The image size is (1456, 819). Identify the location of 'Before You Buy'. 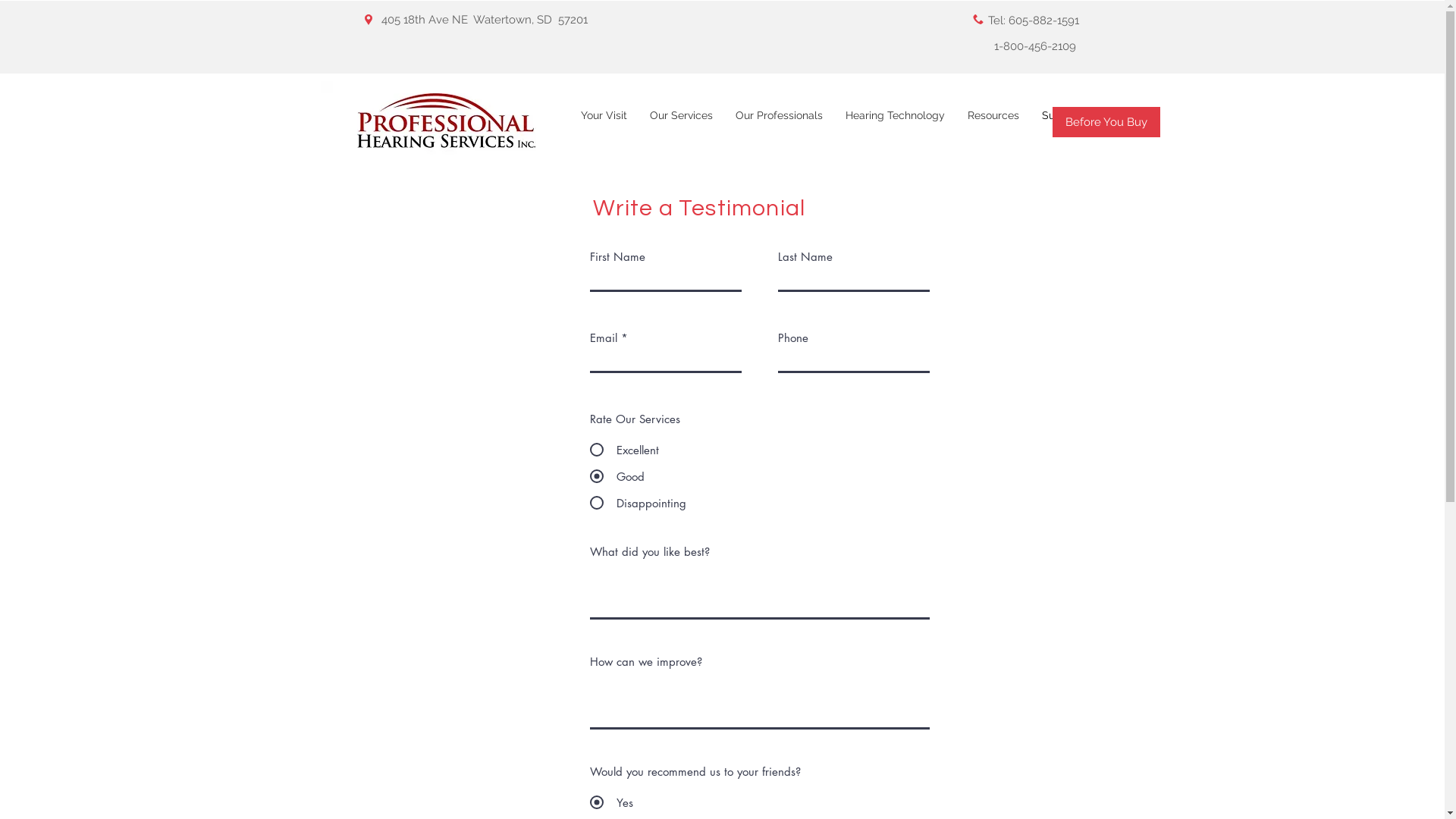
(1106, 121).